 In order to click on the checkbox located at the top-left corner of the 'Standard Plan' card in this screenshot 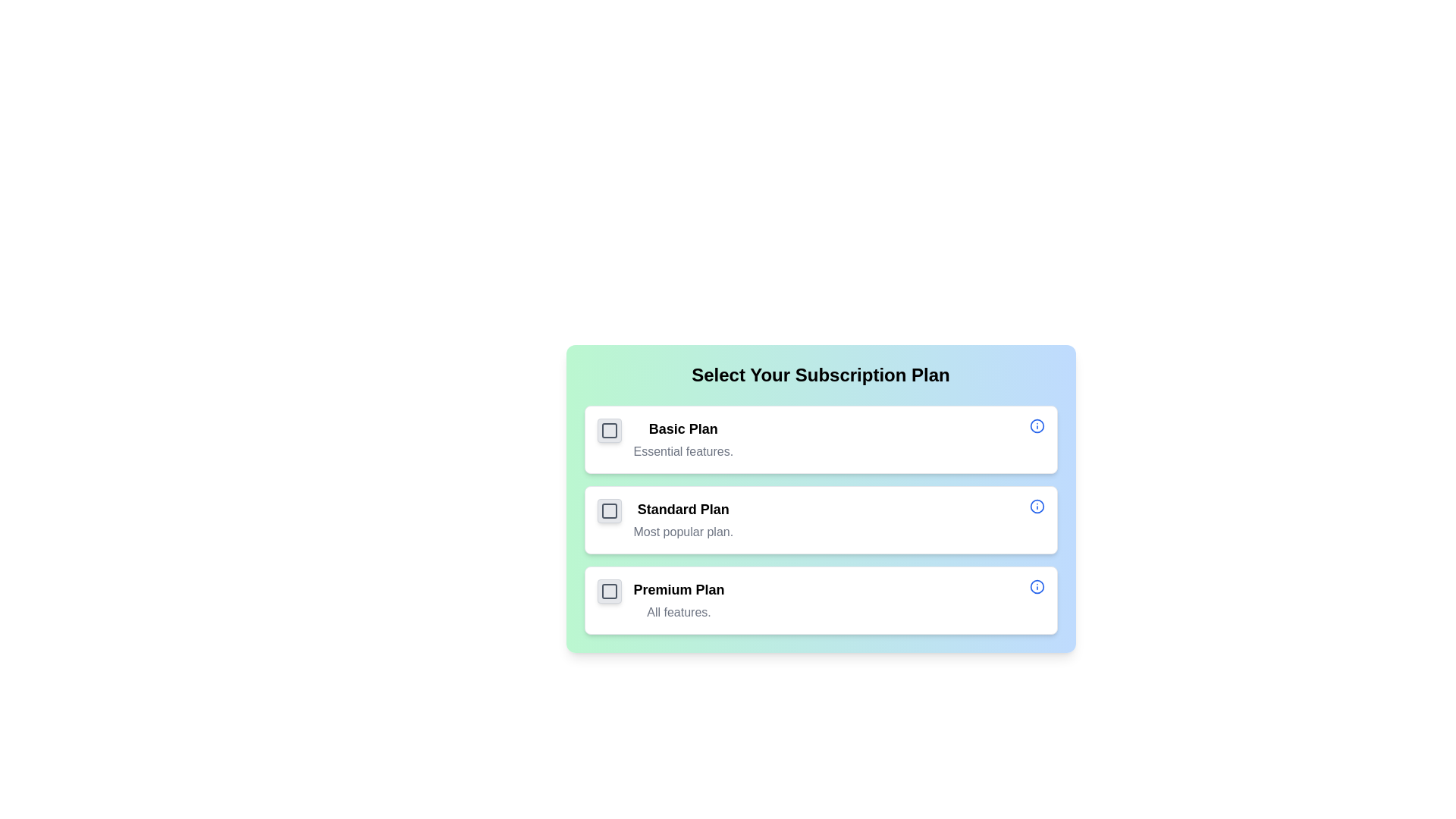, I will do `click(609, 511)`.